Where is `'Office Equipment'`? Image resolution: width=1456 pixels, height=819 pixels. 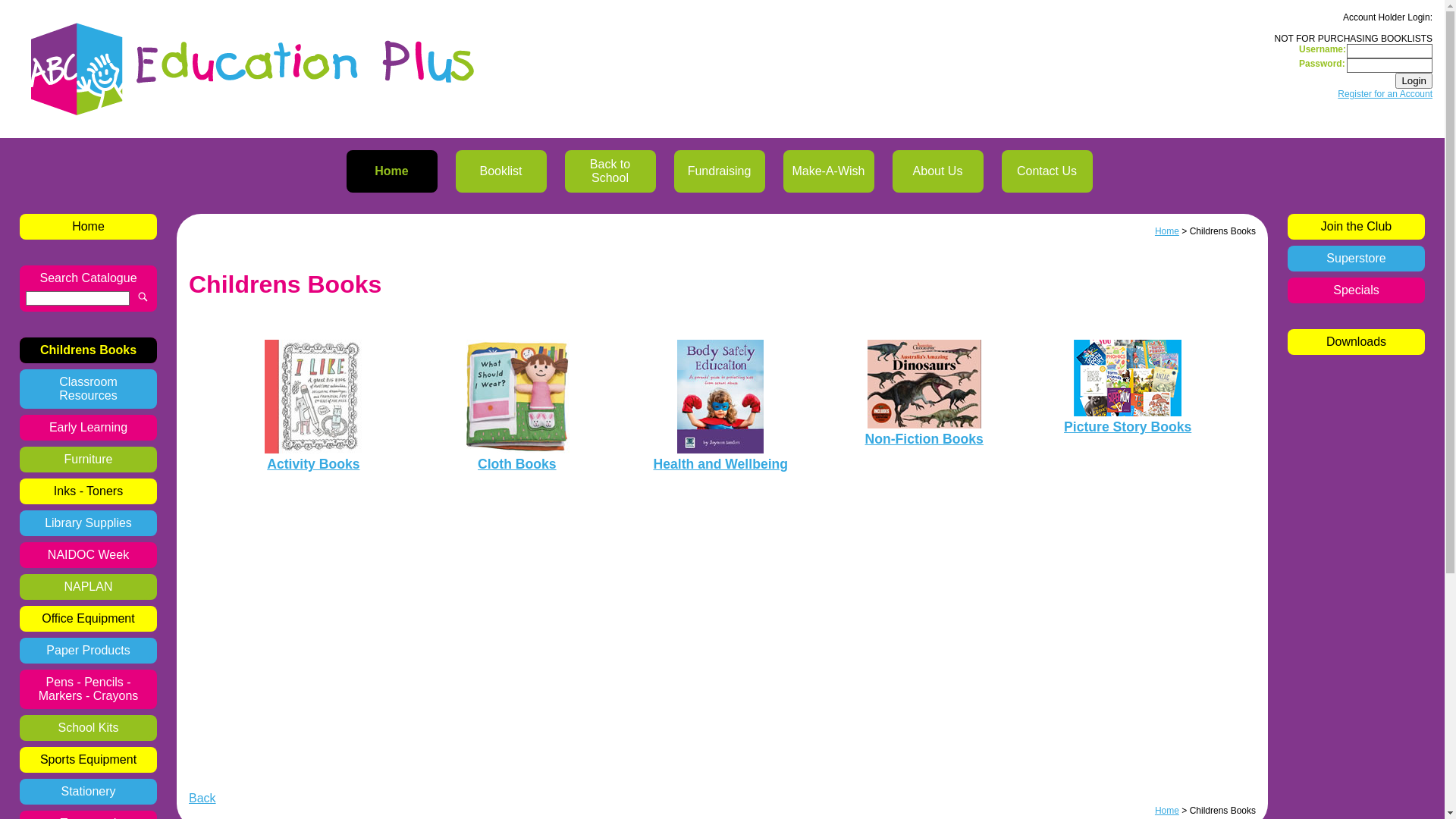
'Office Equipment' is located at coordinates (87, 619).